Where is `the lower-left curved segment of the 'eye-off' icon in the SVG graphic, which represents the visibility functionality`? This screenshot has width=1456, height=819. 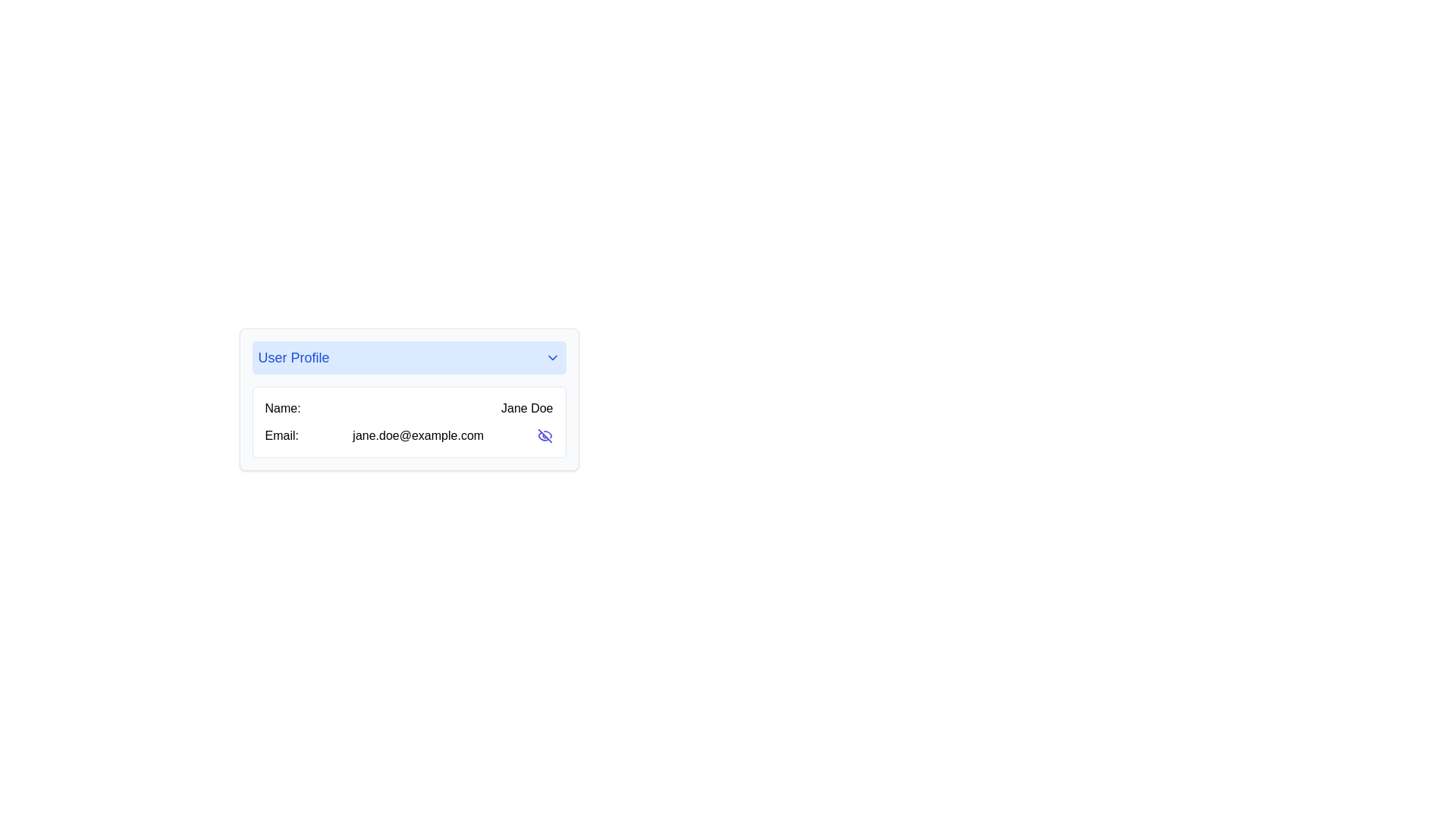 the lower-left curved segment of the 'eye-off' icon in the SVG graphic, which represents the visibility functionality is located at coordinates (544, 436).